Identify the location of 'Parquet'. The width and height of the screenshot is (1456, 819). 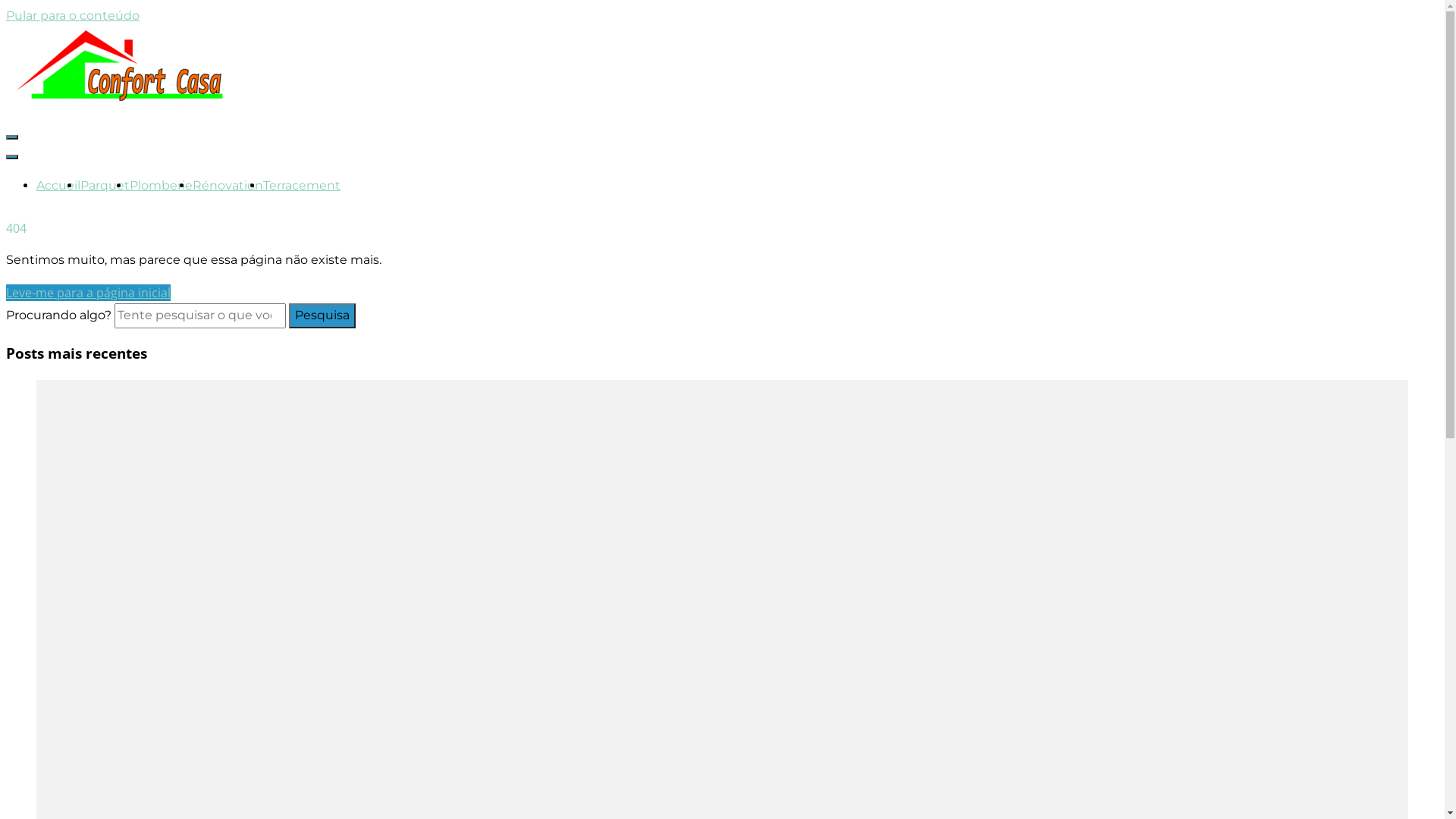
(104, 184).